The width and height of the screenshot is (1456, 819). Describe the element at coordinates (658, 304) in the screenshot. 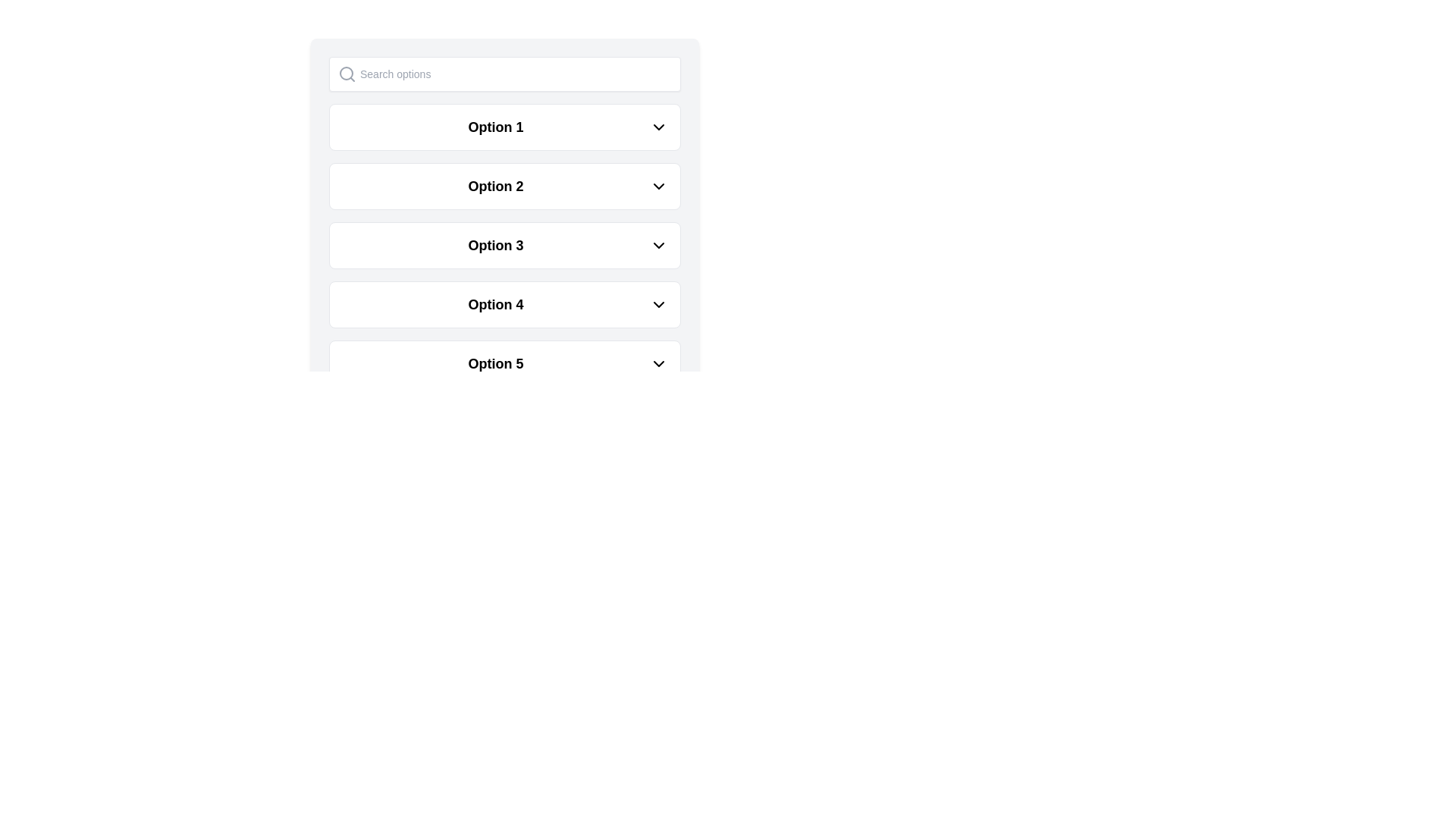

I see `the downward-pointing chevron icon in the right-most section of 'Option 4'` at that location.